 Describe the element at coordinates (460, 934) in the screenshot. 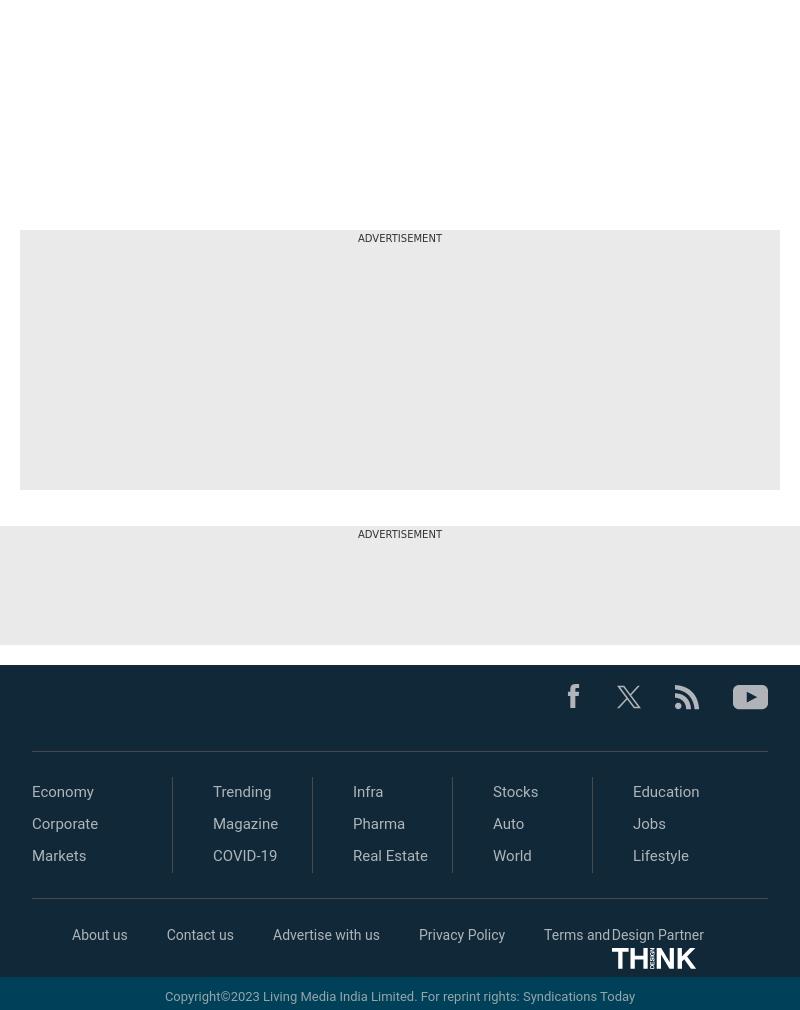

I see `'Privacy Policy'` at that location.